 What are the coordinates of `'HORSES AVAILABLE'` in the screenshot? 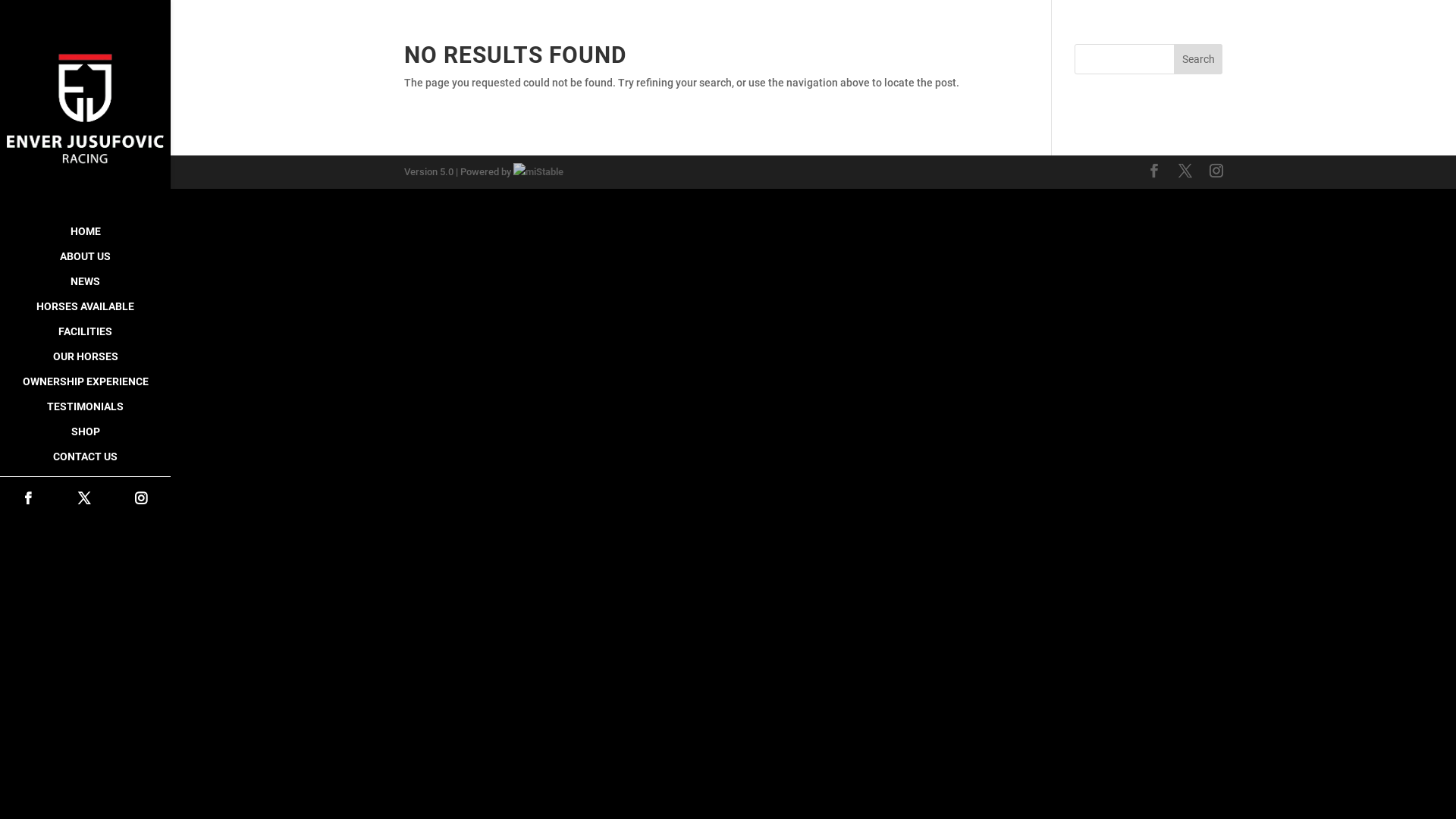 It's located at (84, 312).